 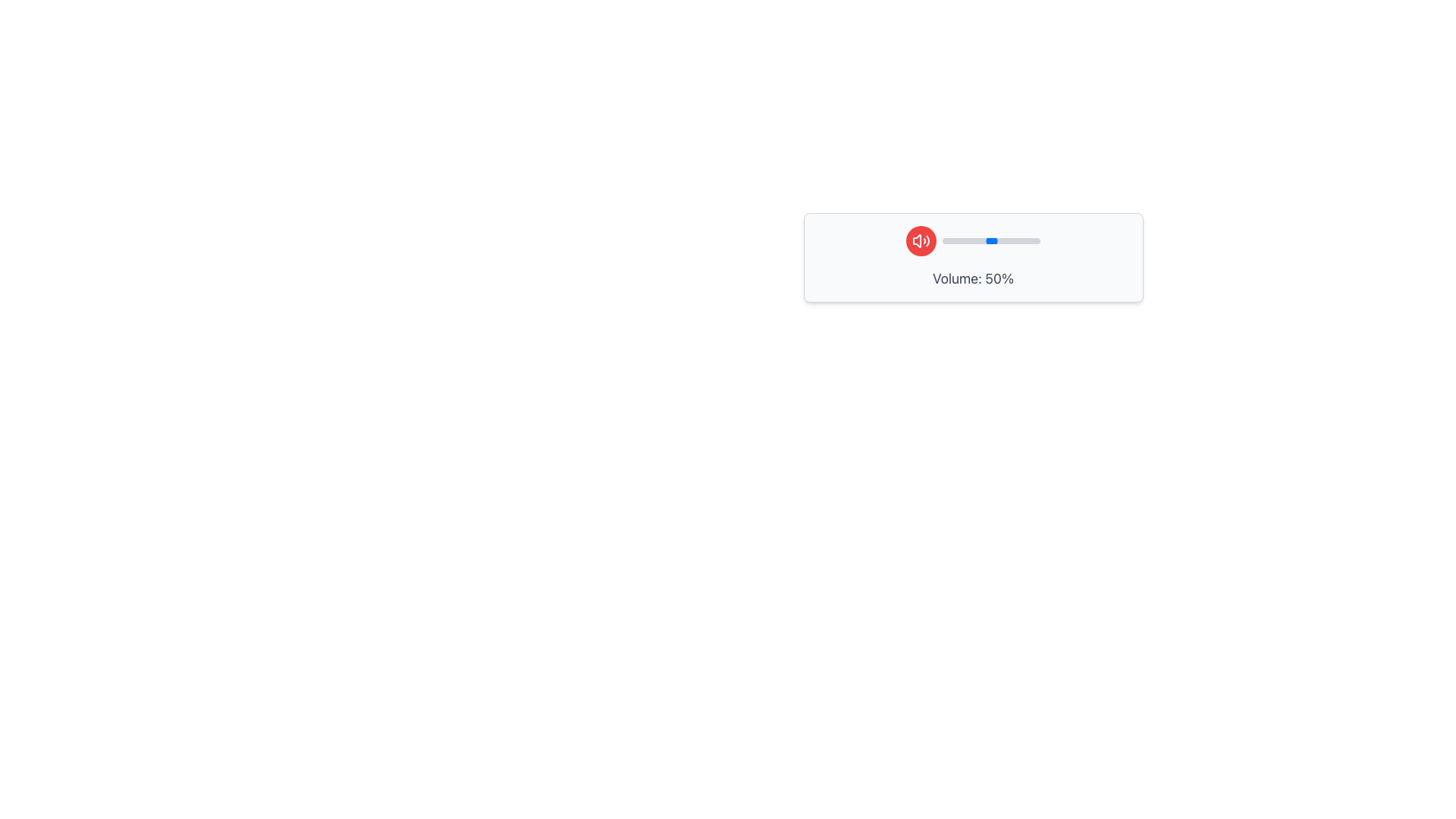 What do you see at coordinates (920, 240) in the screenshot?
I see `the audio toggle button located to the left of the 'Volume: 50%' slider` at bounding box center [920, 240].